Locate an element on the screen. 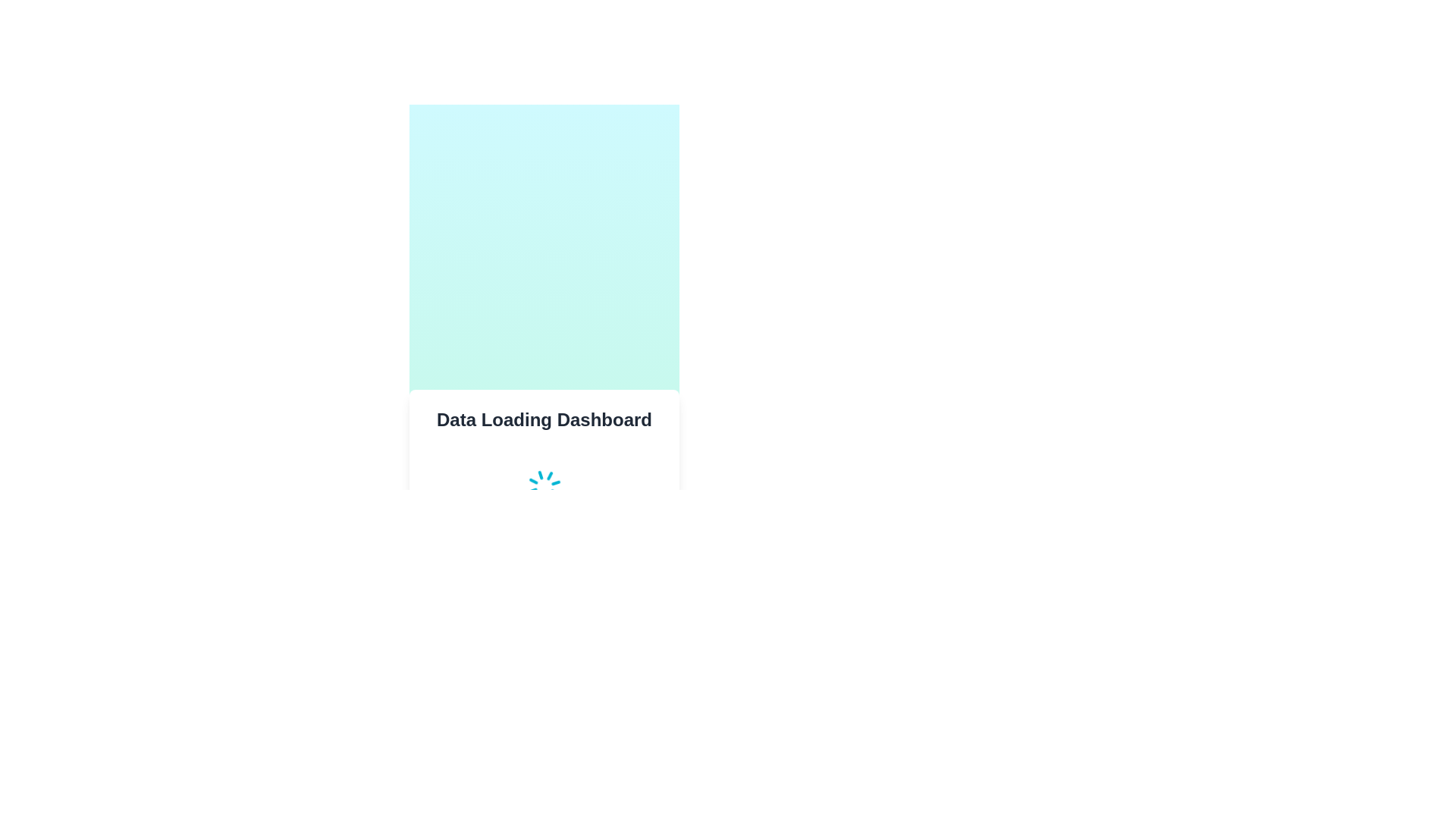  the cyan spinning loader icon located just below the 'Data Loading Dashboard' label is located at coordinates (544, 486).